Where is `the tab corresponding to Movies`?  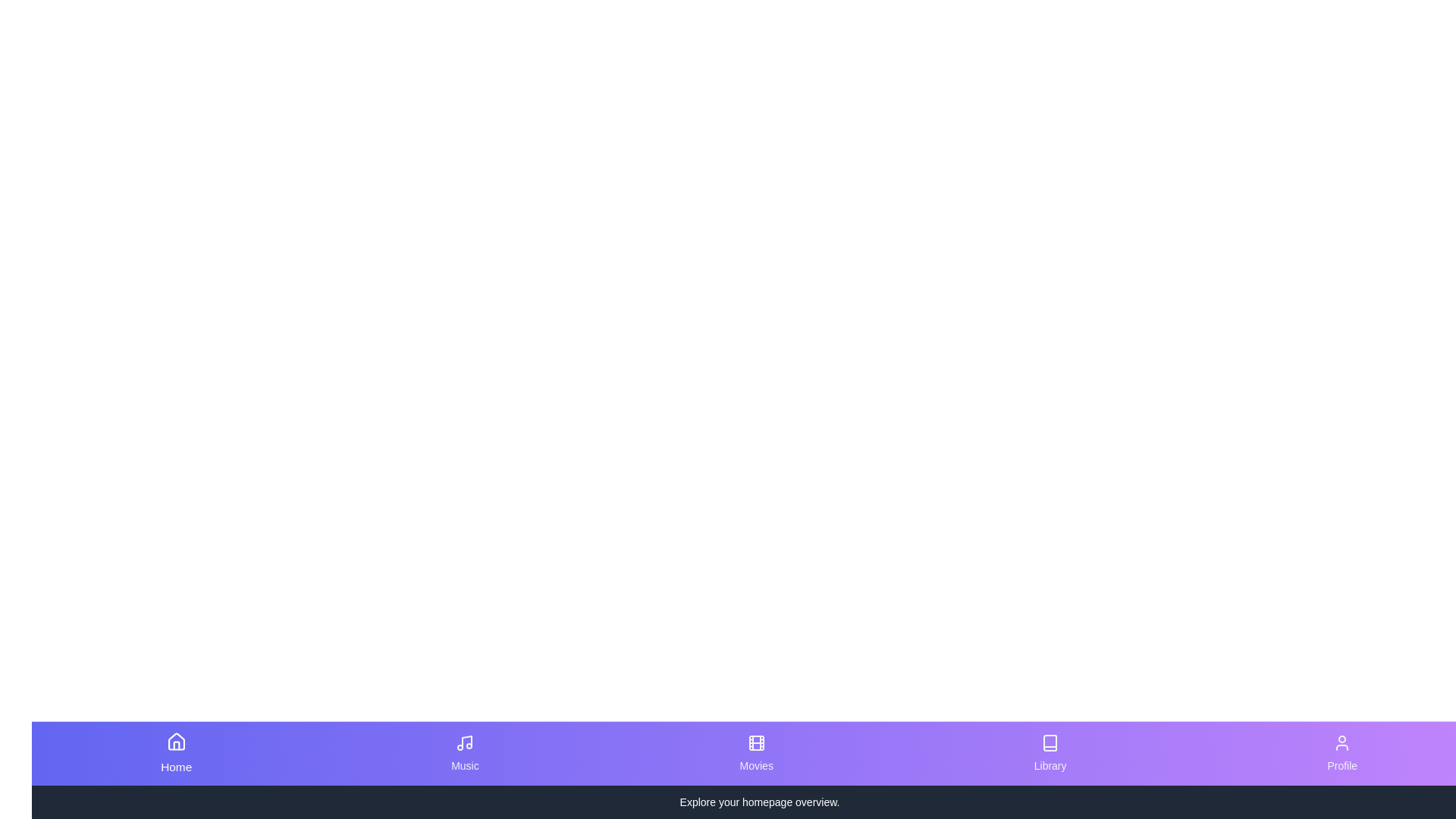
the tab corresponding to Movies is located at coordinates (756, 754).